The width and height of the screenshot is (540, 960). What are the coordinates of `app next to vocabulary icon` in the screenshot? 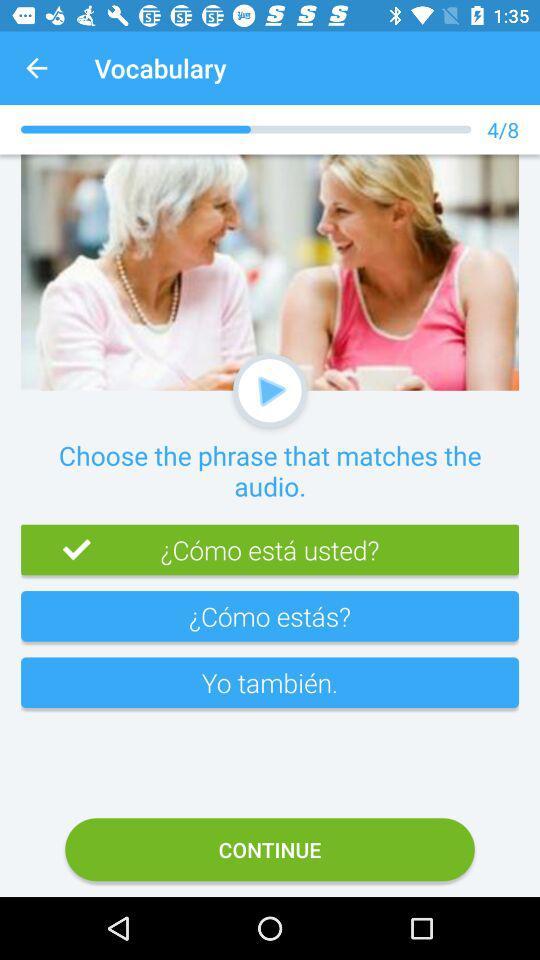 It's located at (36, 68).